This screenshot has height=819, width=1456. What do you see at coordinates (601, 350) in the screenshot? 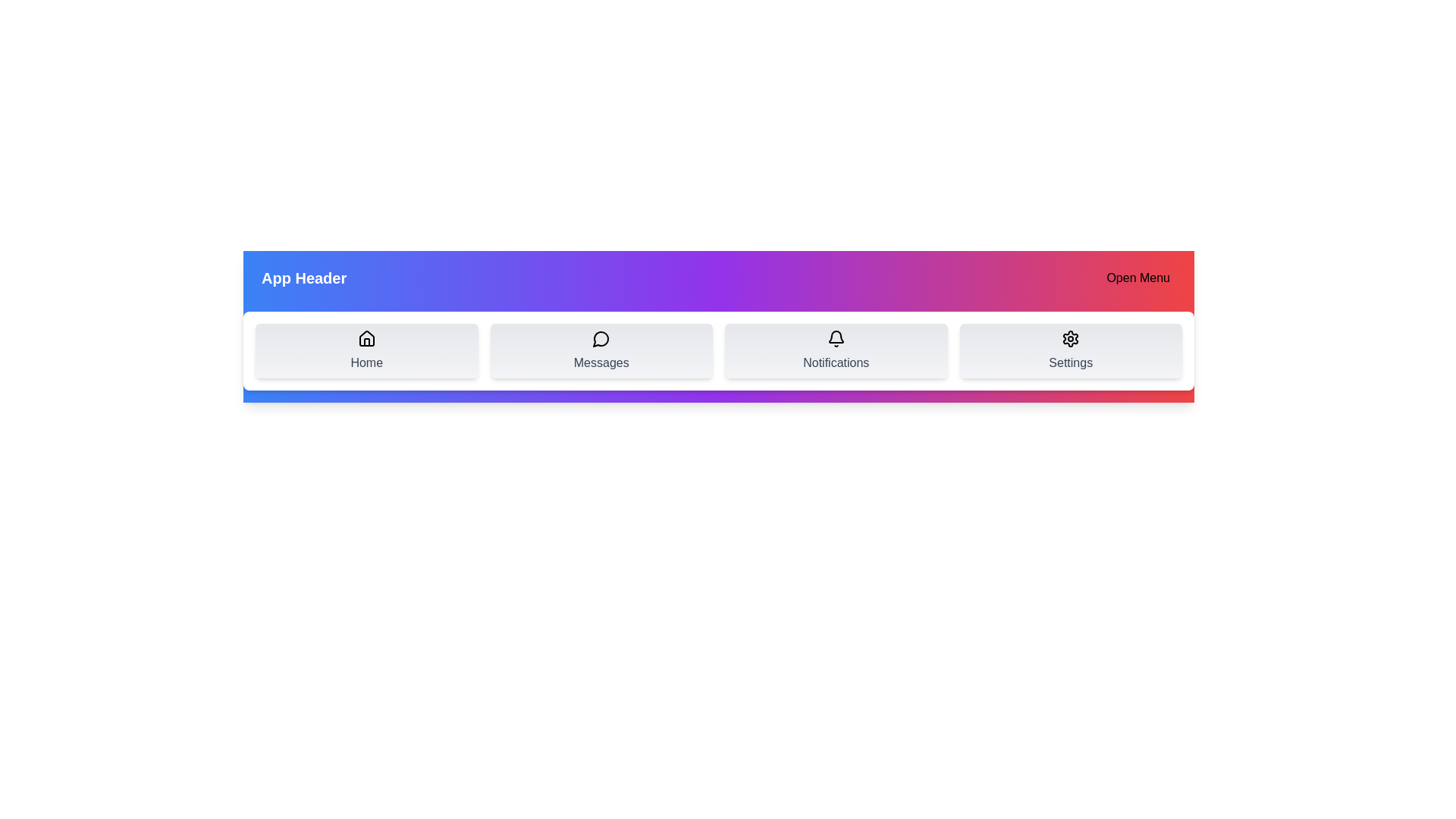
I see `the menu item Messages by clicking on it` at bounding box center [601, 350].